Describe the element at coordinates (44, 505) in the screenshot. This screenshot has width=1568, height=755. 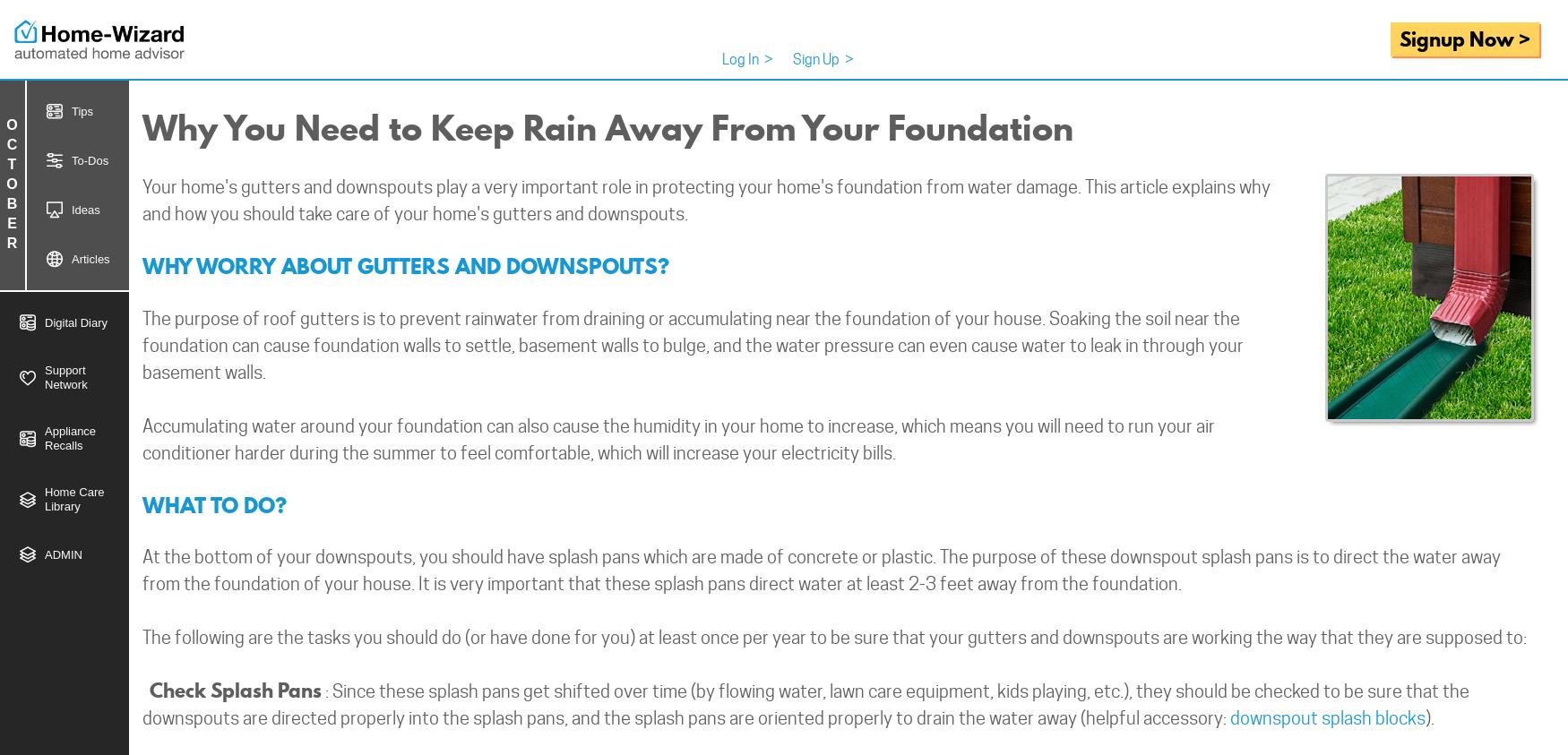
I see `'Library'` at that location.